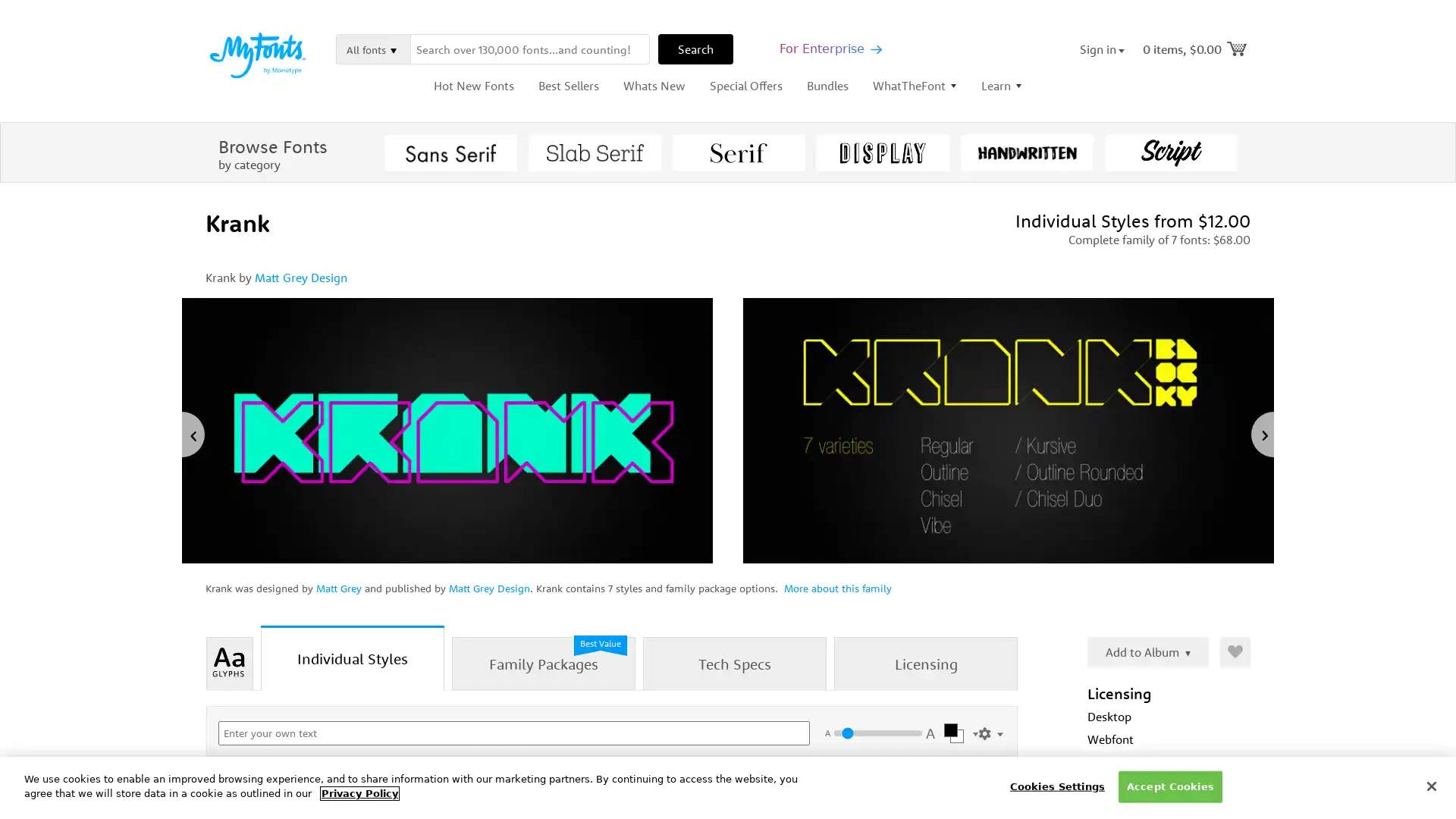 This screenshot has width=1456, height=819. What do you see at coordinates (957, 733) in the screenshot?
I see `Select Color` at bounding box center [957, 733].